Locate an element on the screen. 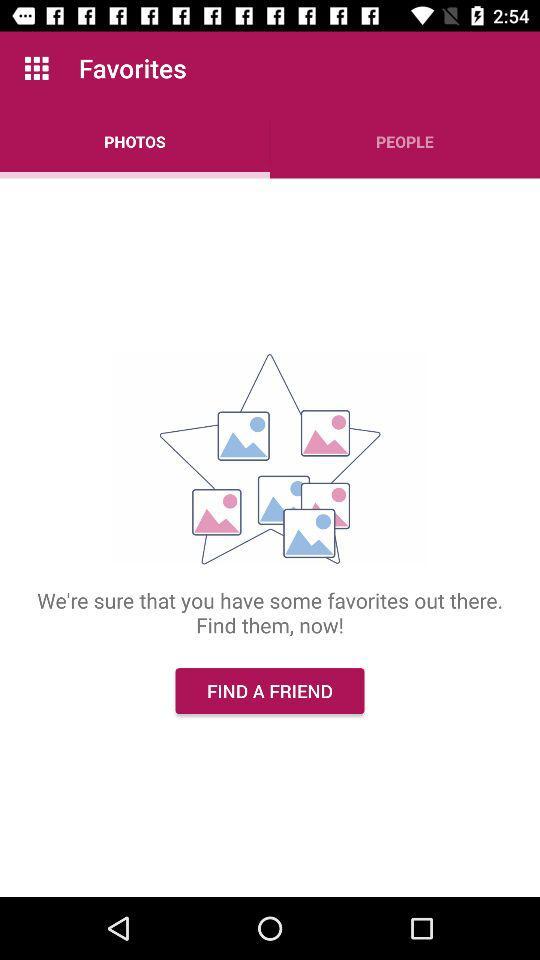 This screenshot has height=960, width=540. the app to the left of people is located at coordinates (135, 140).